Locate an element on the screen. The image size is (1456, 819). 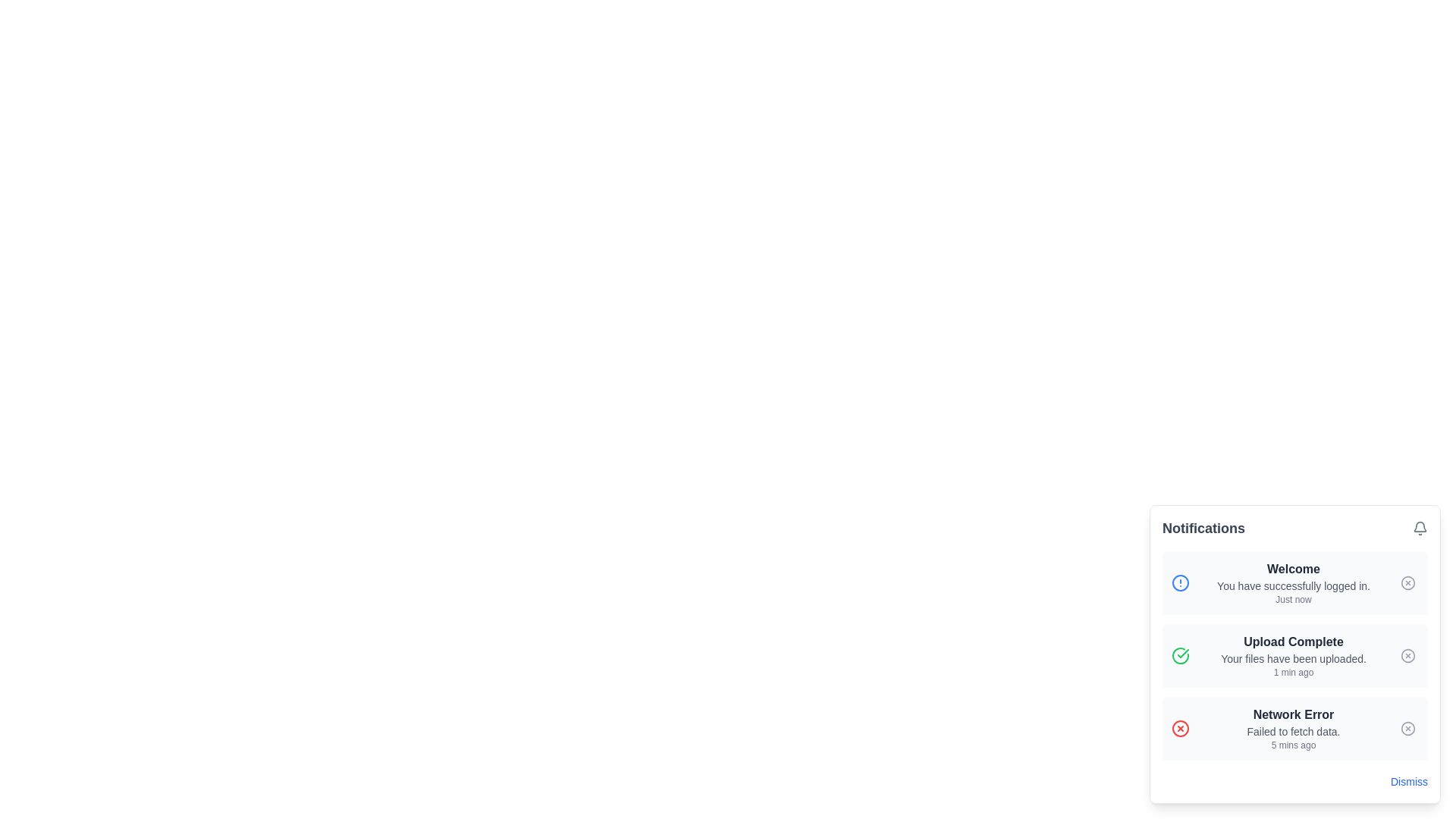
the dismiss button for the 'Network Error' notification to observe the hover effect is located at coordinates (1407, 727).